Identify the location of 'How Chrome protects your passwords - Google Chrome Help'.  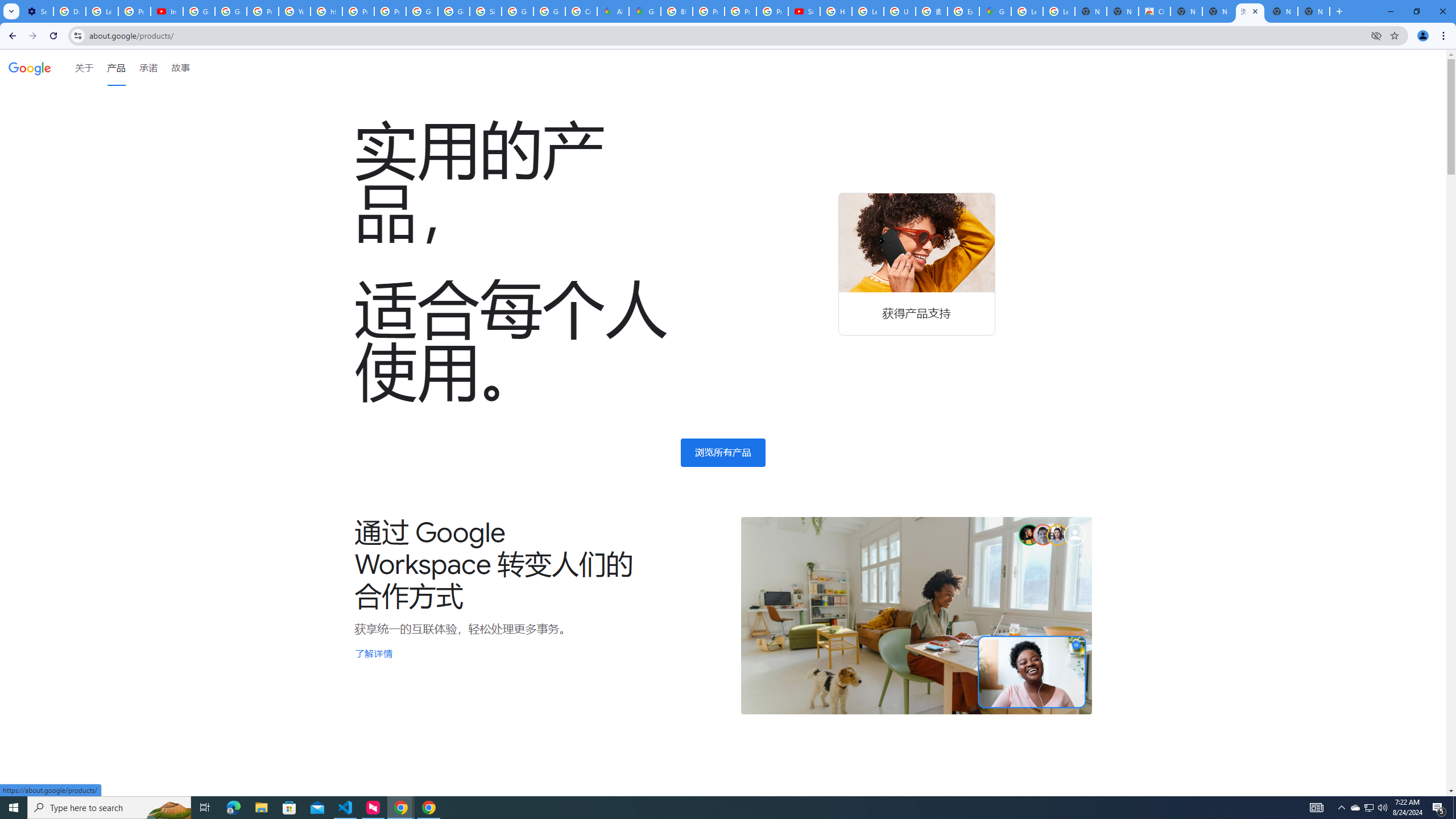
(835, 11).